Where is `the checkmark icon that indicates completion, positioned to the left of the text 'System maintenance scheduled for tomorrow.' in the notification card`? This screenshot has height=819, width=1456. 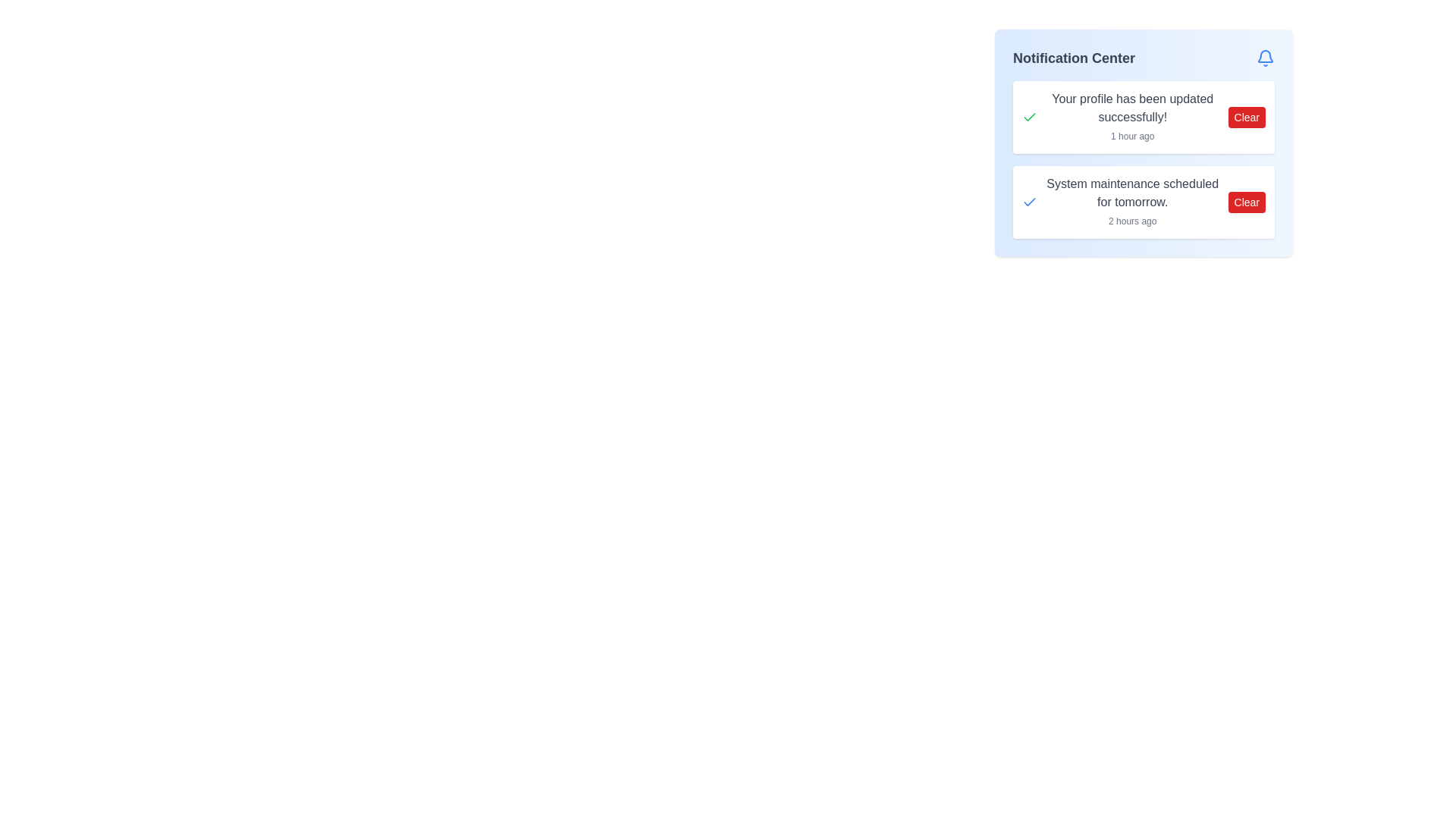
the checkmark icon that indicates completion, positioned to the left of the text 'System maintenance scheduled for tomorrow.' in the notification card is located at coordinates (1030, 201).